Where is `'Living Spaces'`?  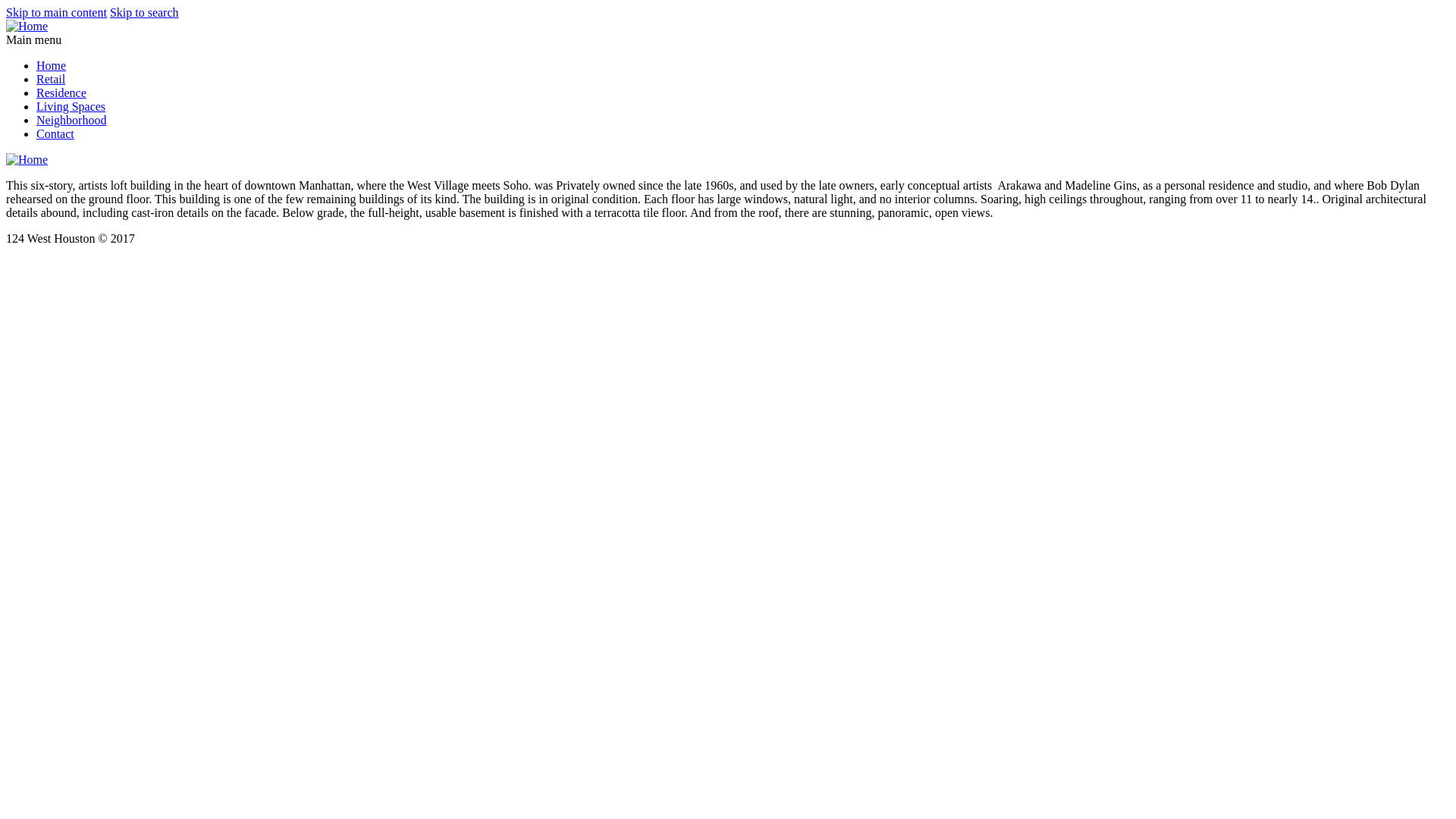 'Living Spaces' is located at coordinates (70, 105).